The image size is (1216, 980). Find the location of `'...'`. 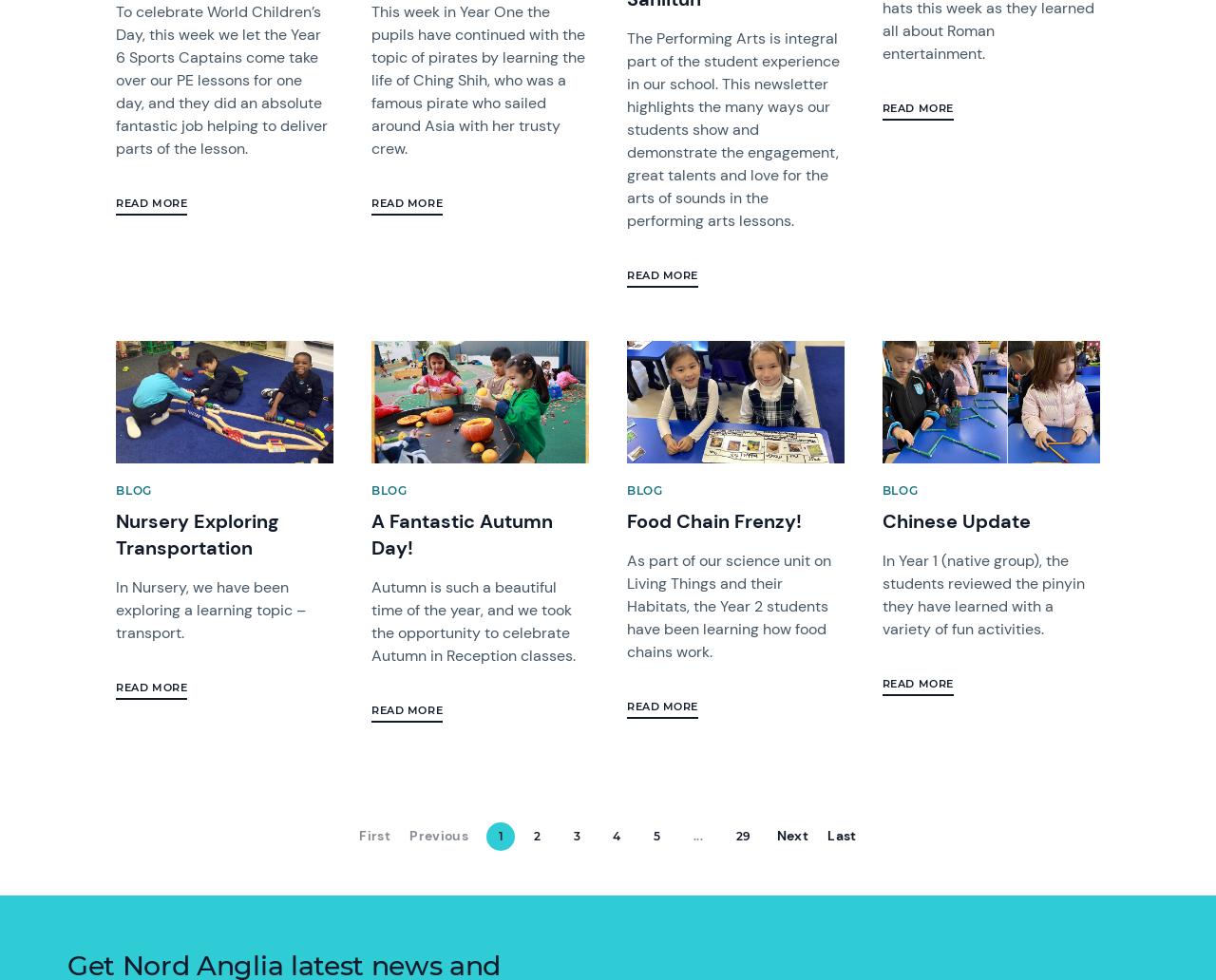

'...' is located at coordinates (692, 836).